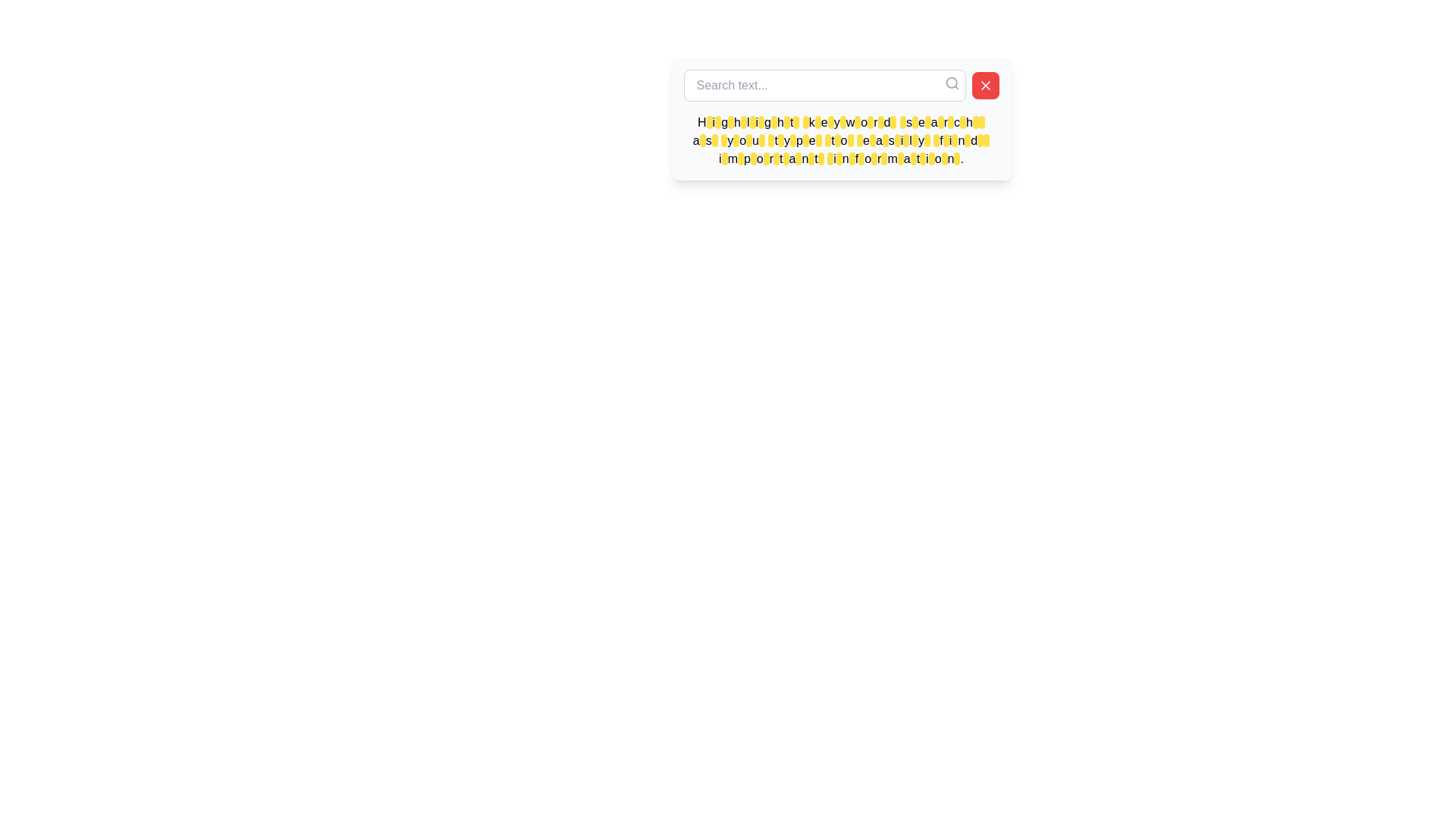 The image size is (1456, 819). What do you see at coordinates (858, 121) in the screenshot?
I see `the 14th Text highlight badge element, which serves as a visual highlighter for specific keywords in the explanatory text` at bounding box center [858, 121].